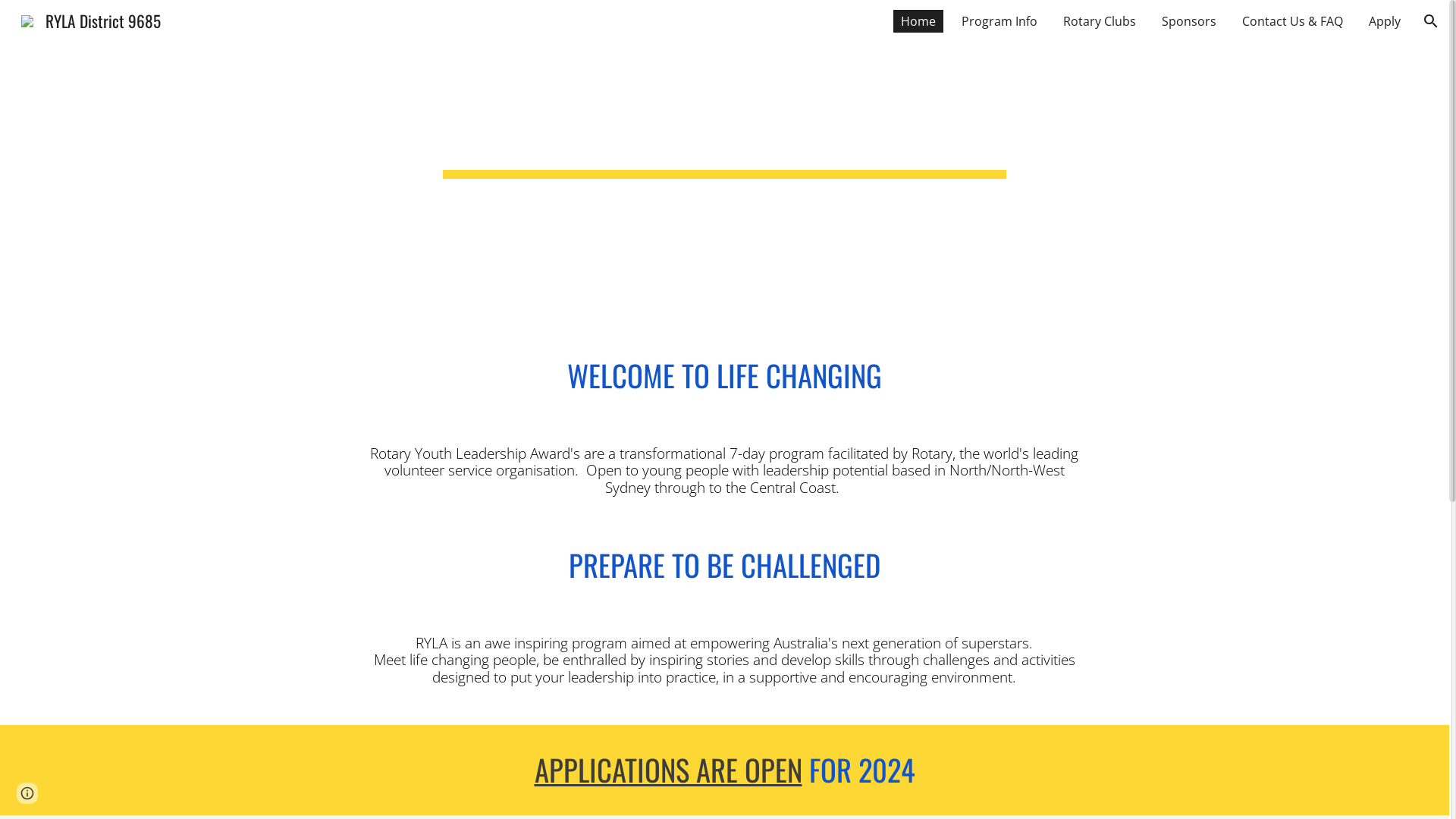 This screenshot has height=819, width=1456. I want to click on 'Apply', so click(1384, 20).